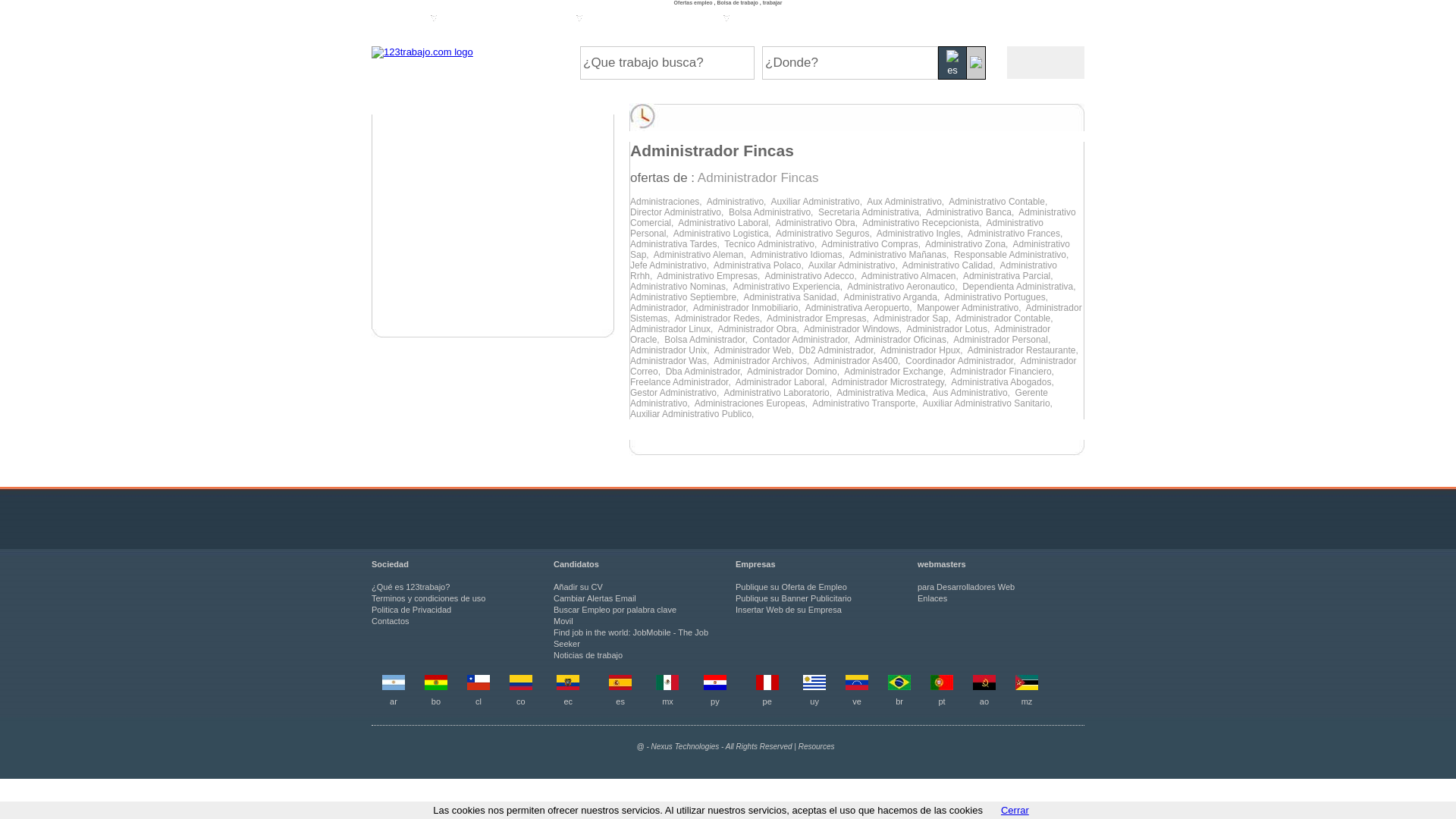 This screenshot has height=819, width=1456. I want to click on 'Administrador Microstrategy, ', so click(891, 381).